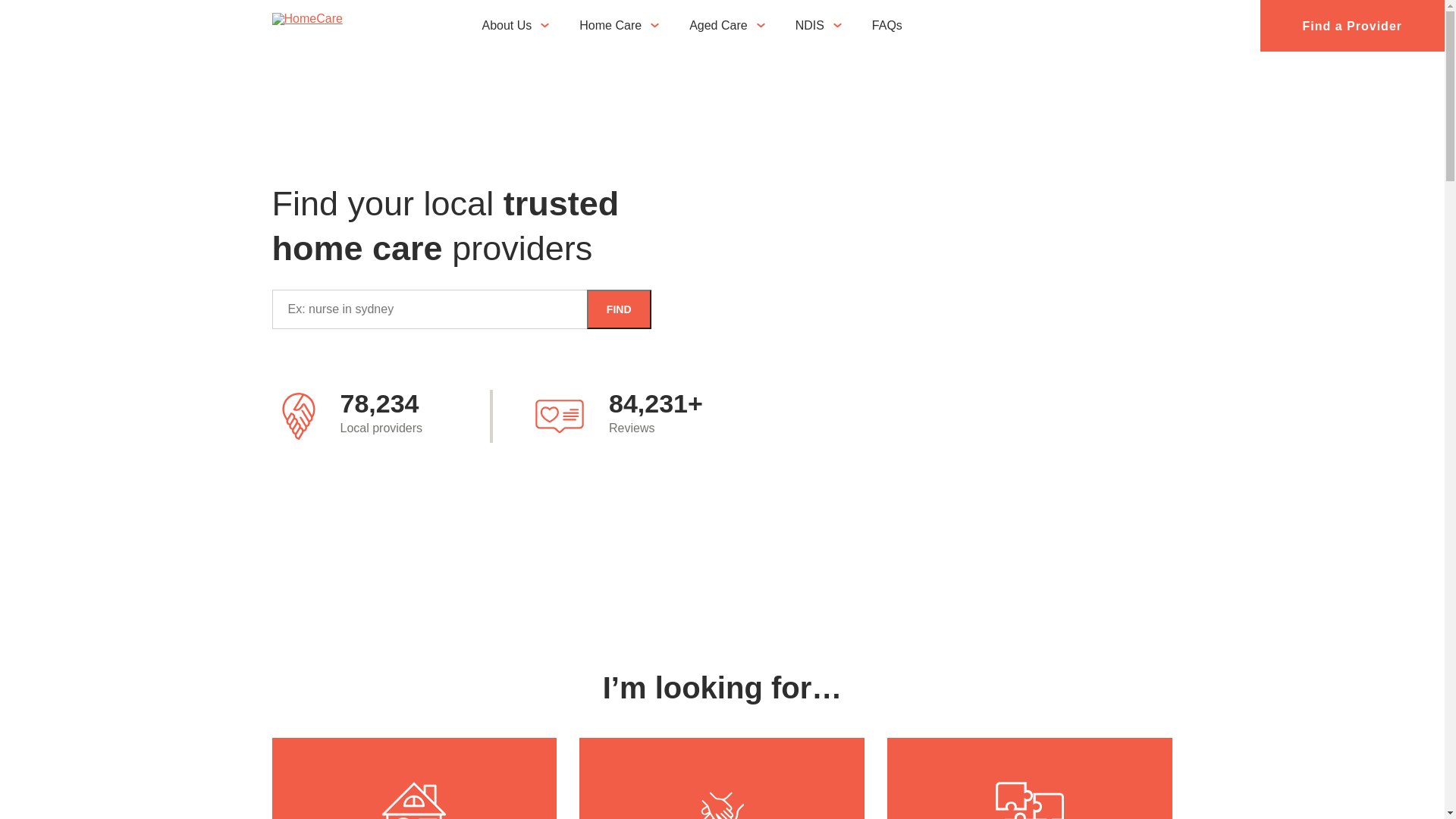 This screenshot has width=1456, height=819. What do you see at coordinates (1352, 26) in the screenshot?
I see `'Find a Provider'` at bounding box center [1352, 26].